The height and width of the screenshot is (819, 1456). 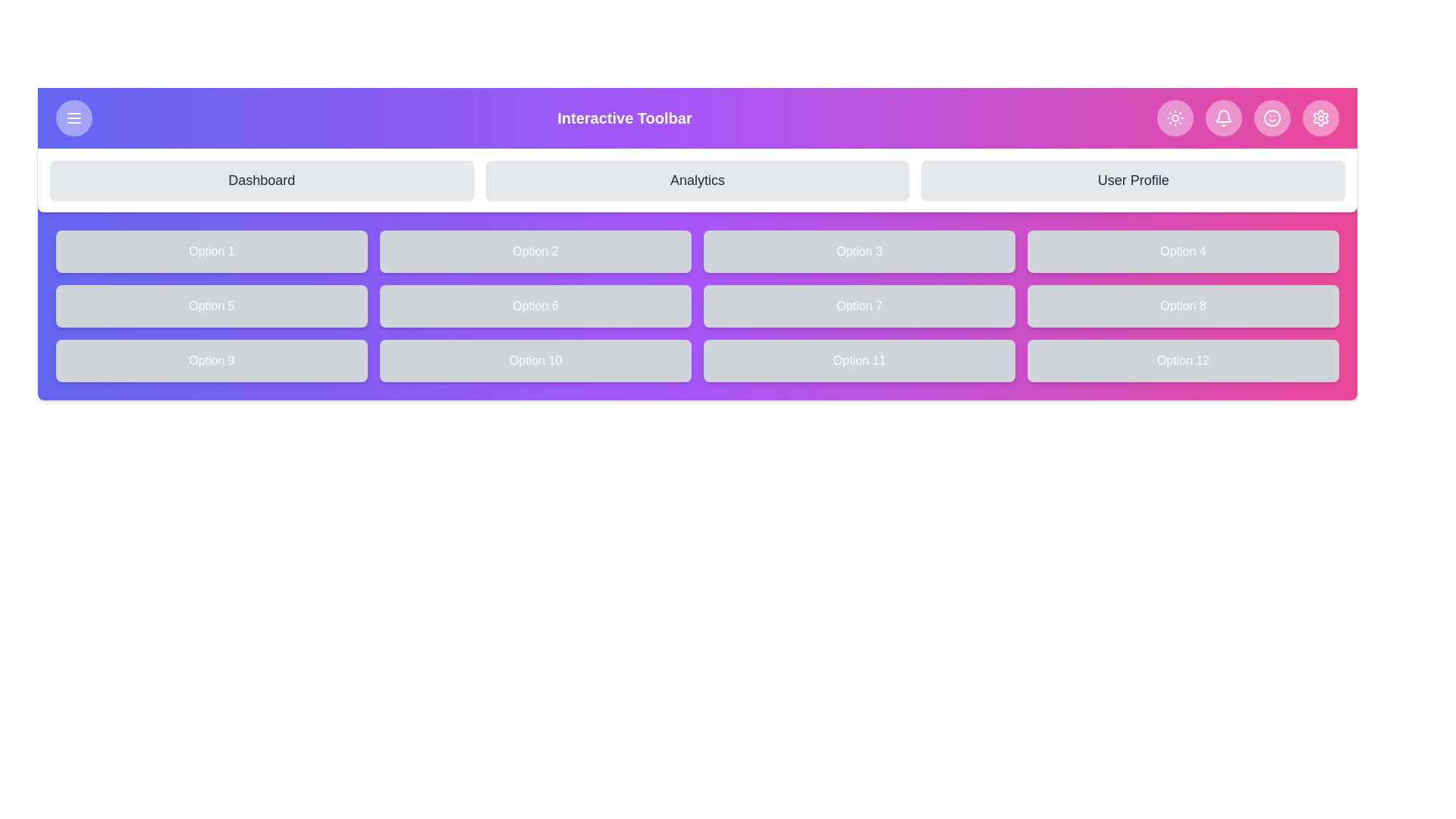 I want to click on the Dashboard section from the dashboard, so click(x=262, y=180).